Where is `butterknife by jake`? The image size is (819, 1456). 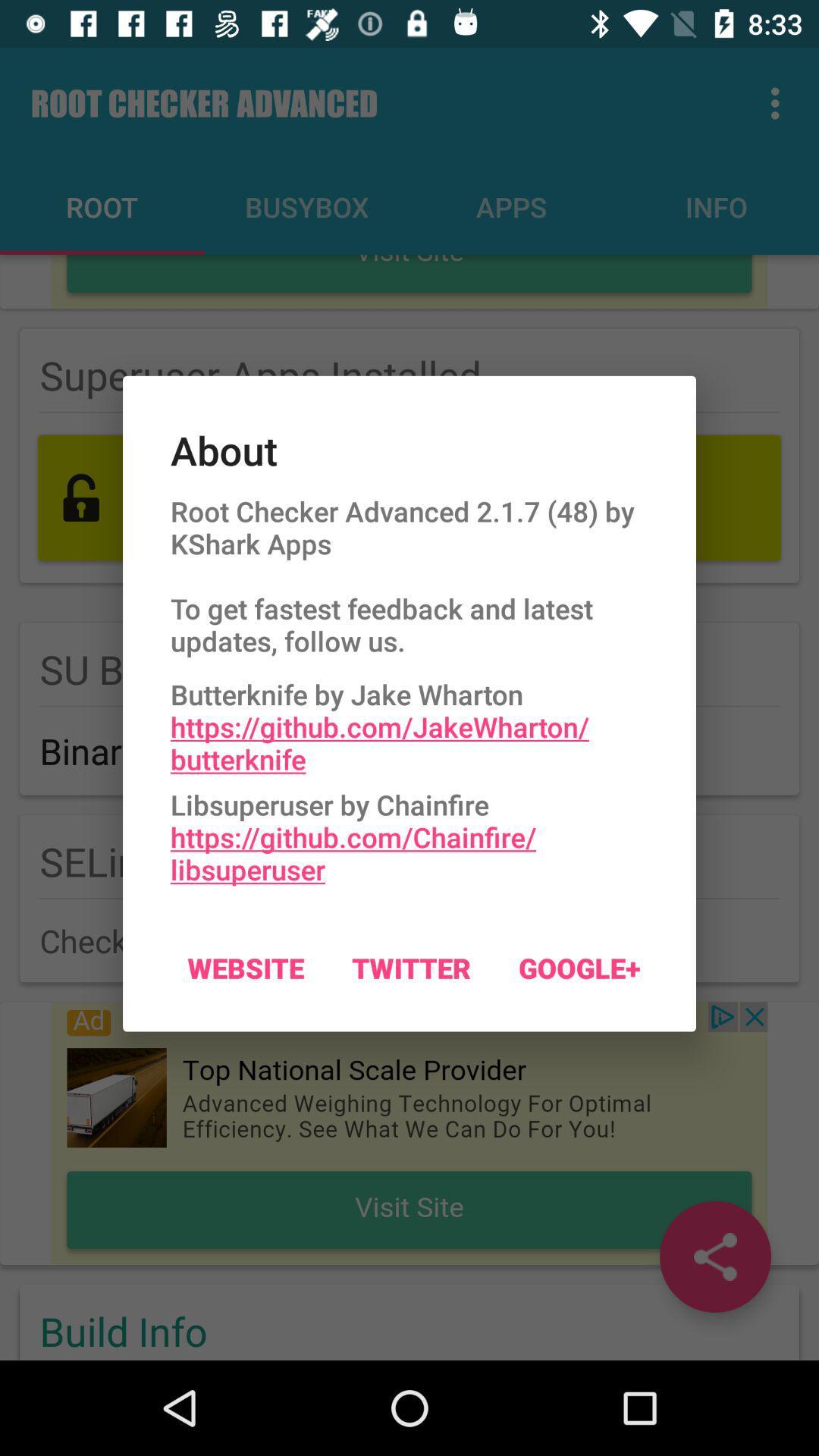 butterknife by jake is located at coordinates (409, 722).